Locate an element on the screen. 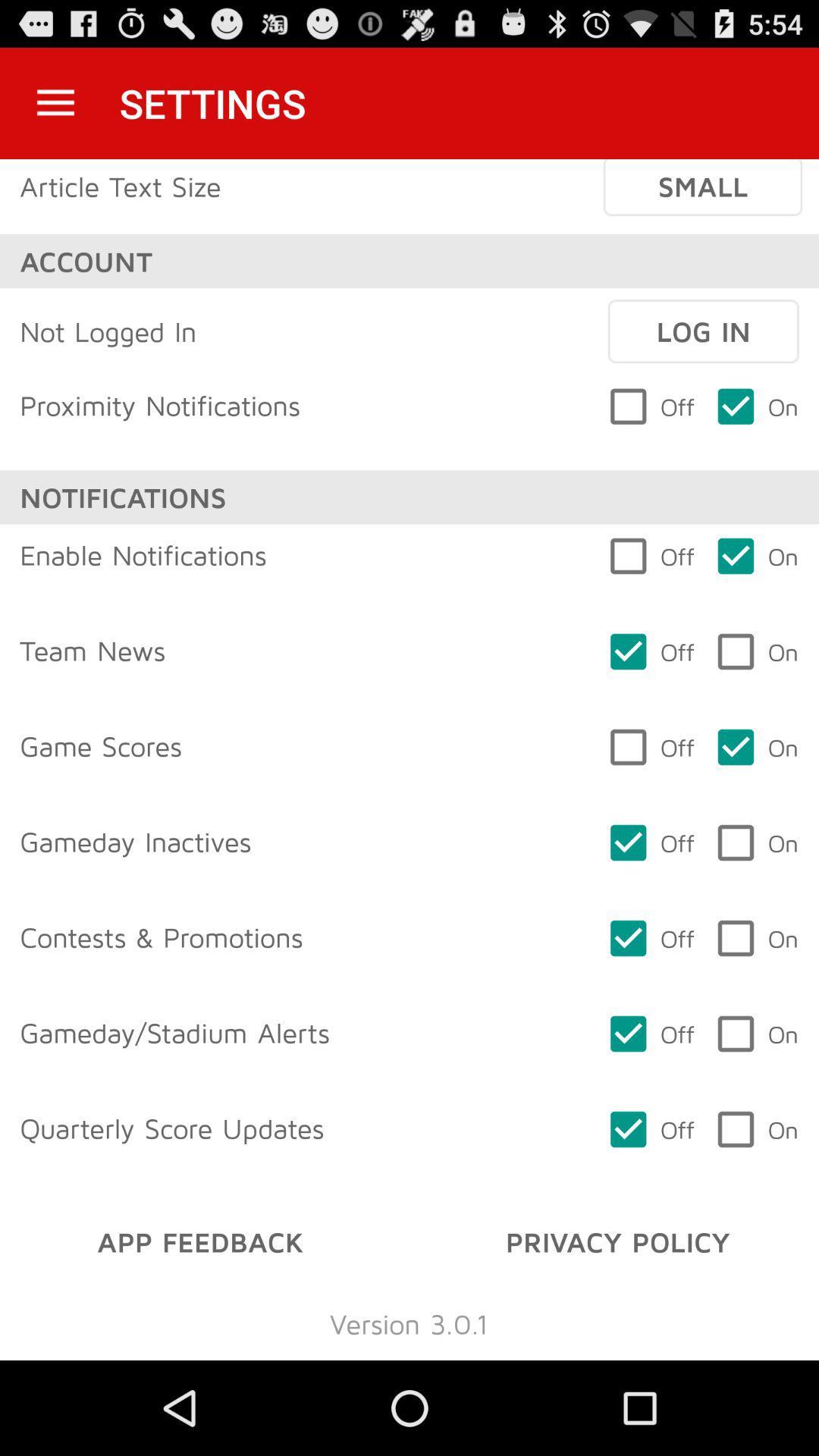 Image resolution: width=819 pixels, height=1456 pixels. the icon below app feedback icon is located at coordinates (408, 1323).